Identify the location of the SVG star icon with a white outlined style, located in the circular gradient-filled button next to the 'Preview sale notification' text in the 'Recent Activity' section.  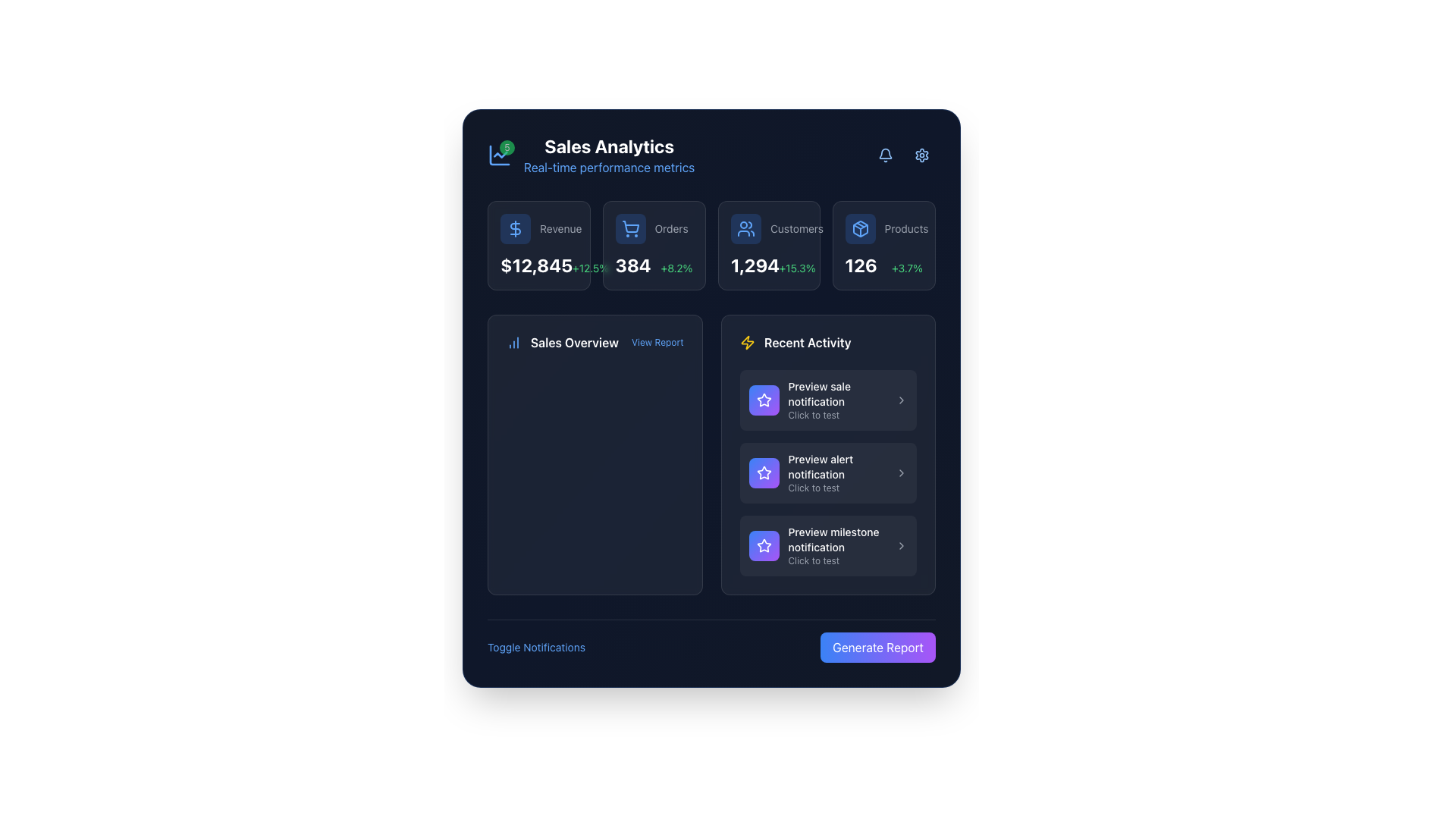
(764, 472).